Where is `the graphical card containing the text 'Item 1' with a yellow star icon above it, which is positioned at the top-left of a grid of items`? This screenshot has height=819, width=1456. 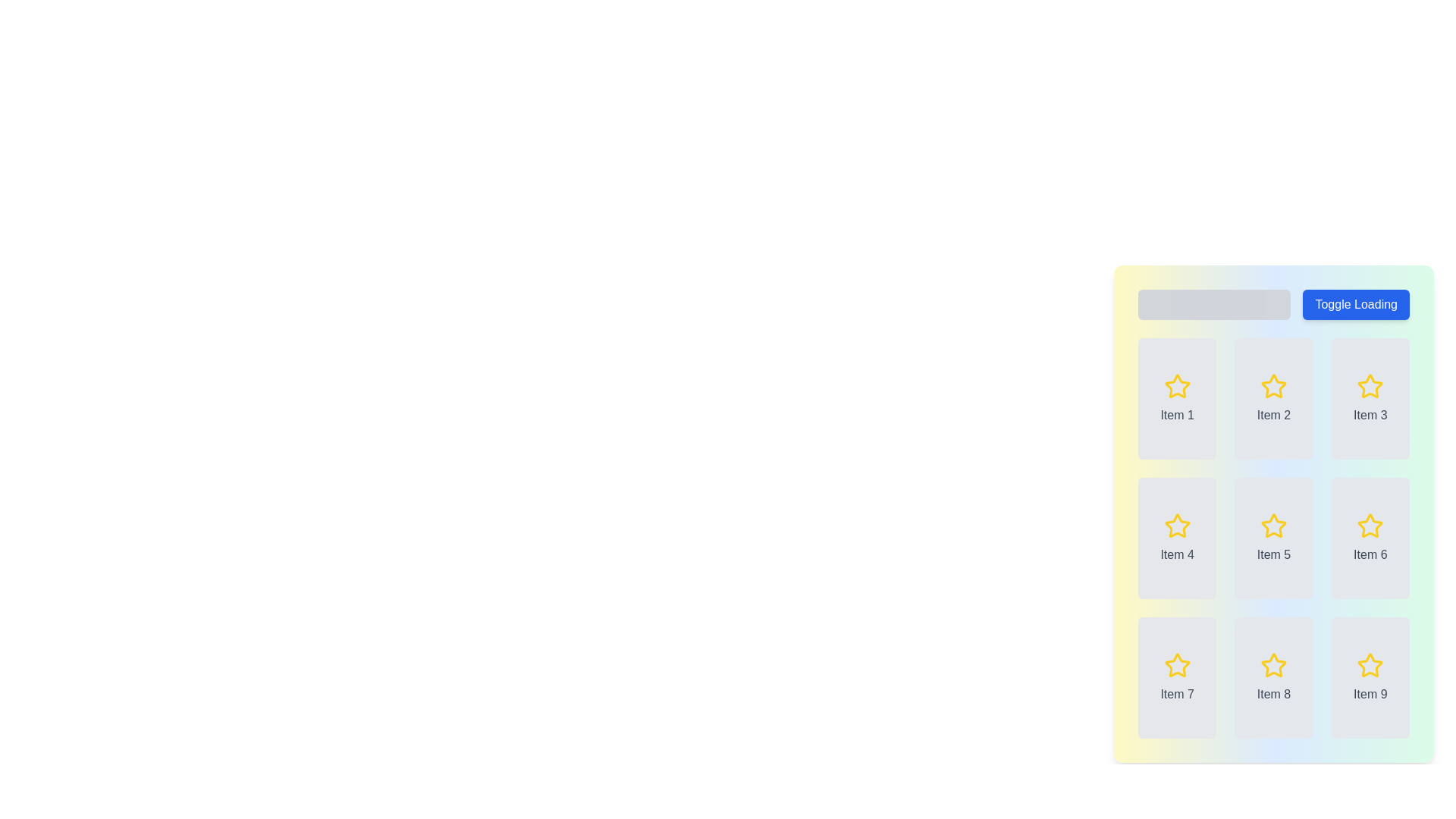 the graphical card containing the text 'Item 1' with a yellow star icon above it, which is positioned at the top-left of a grid of items is located at coordinates (1176, 397).